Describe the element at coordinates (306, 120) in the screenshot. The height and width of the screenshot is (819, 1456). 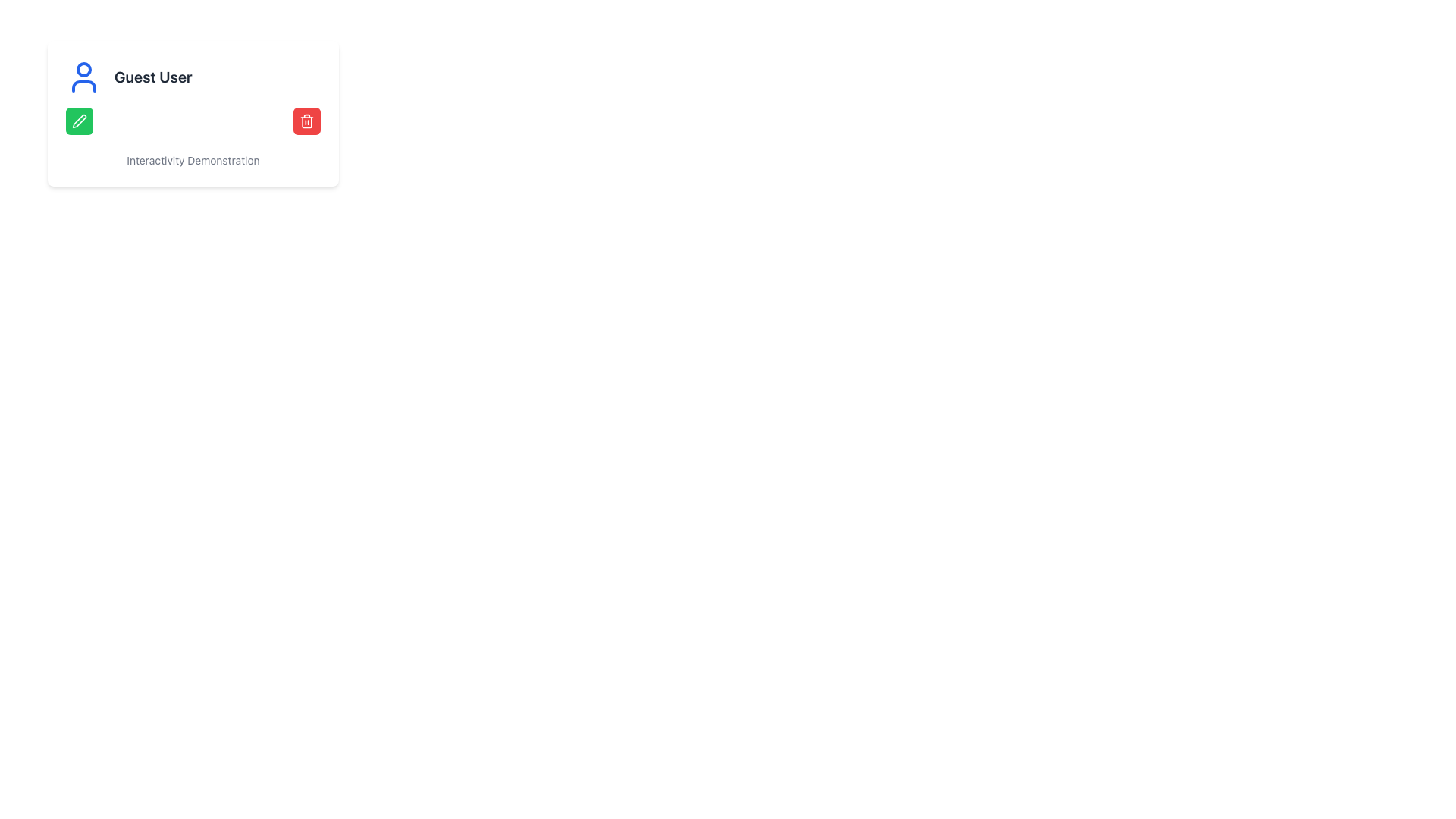
I see `the Trash Bin icon located at the rightmost position within the card component` at that location.